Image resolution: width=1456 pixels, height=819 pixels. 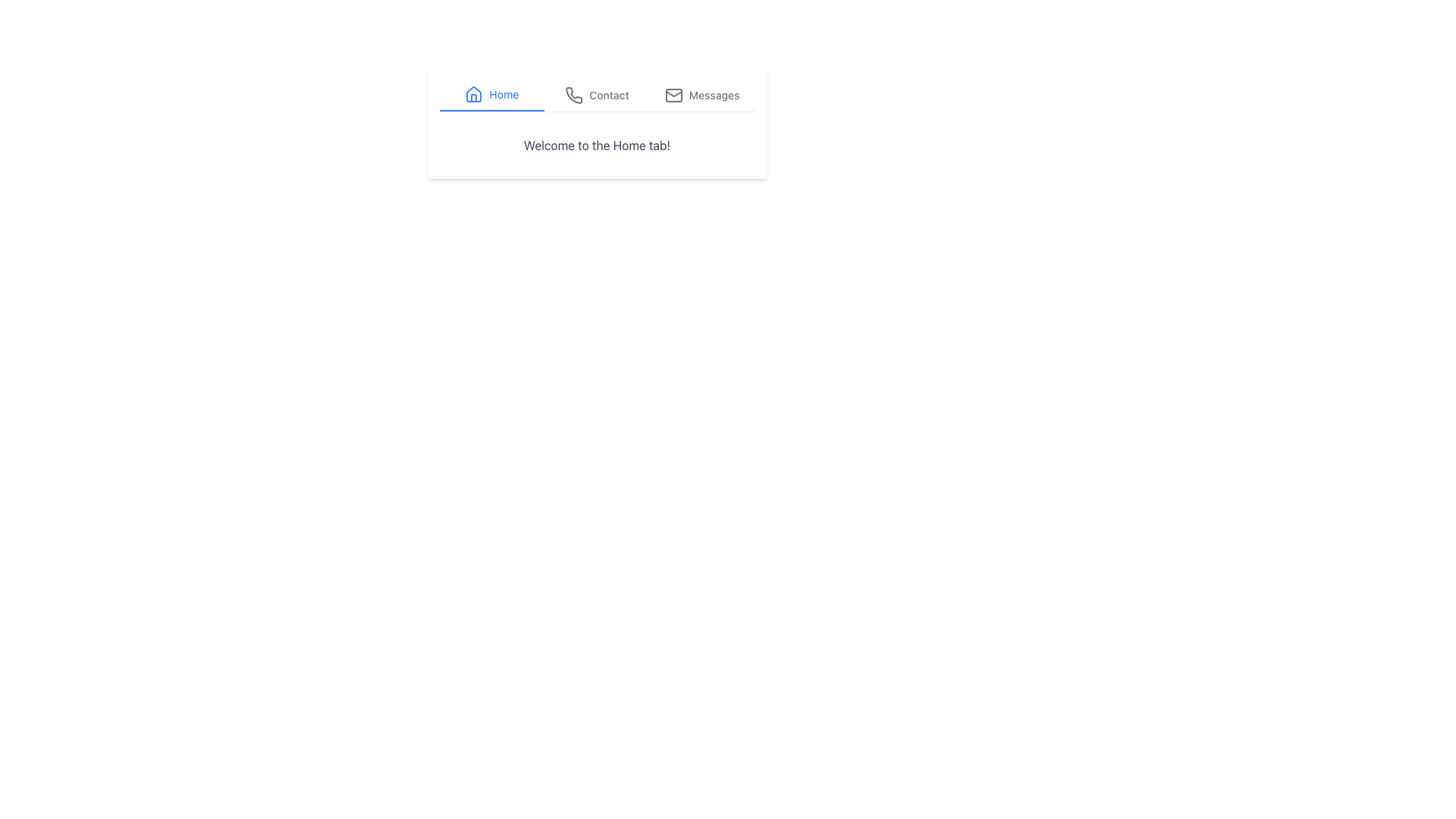 I want to click on the phone-shaped vector icon located in the second position from the left in the navigation row, so click(x=573, y=94).